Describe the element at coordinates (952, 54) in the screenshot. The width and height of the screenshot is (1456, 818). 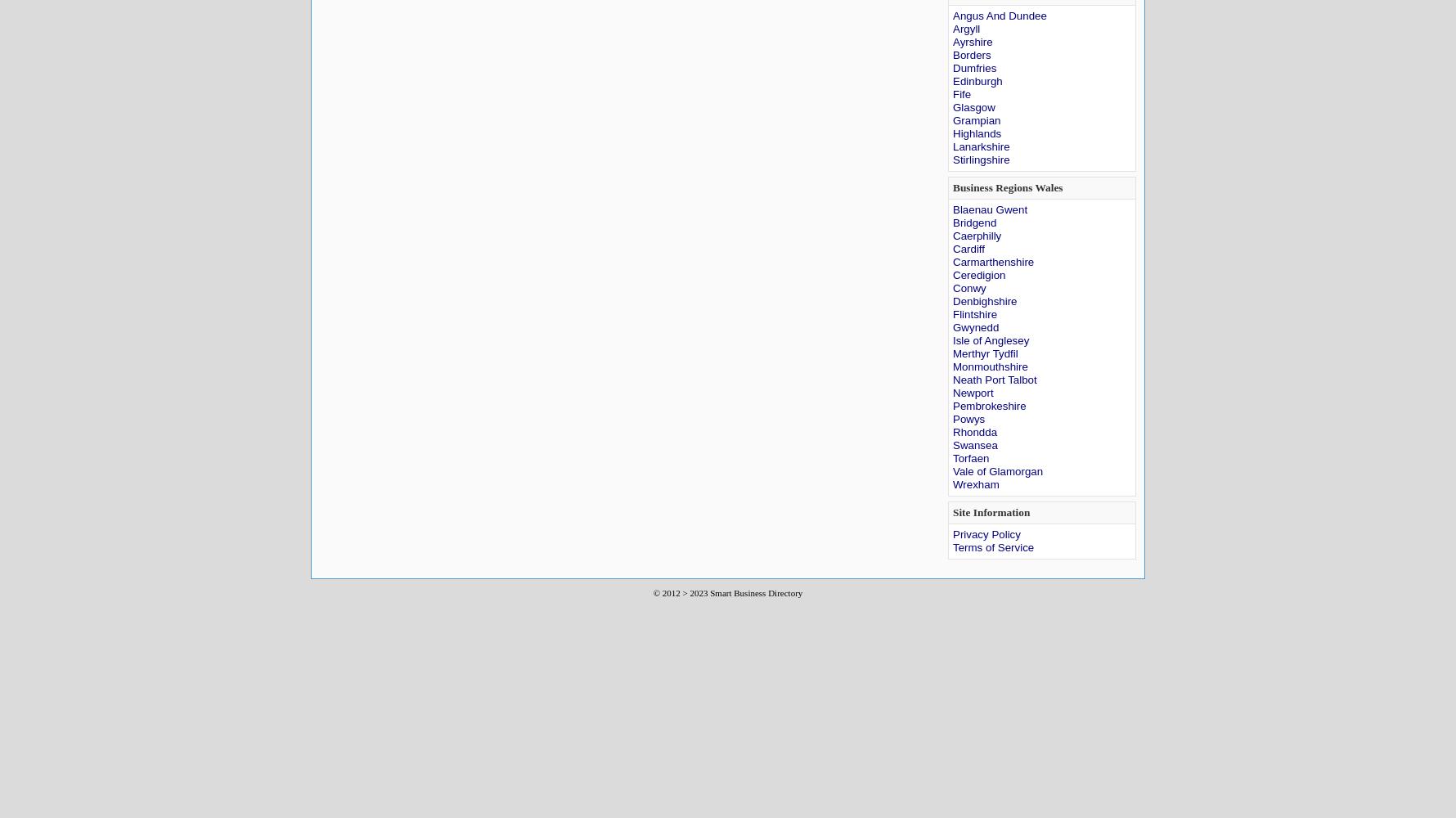
I see `'Borders'` at that location.